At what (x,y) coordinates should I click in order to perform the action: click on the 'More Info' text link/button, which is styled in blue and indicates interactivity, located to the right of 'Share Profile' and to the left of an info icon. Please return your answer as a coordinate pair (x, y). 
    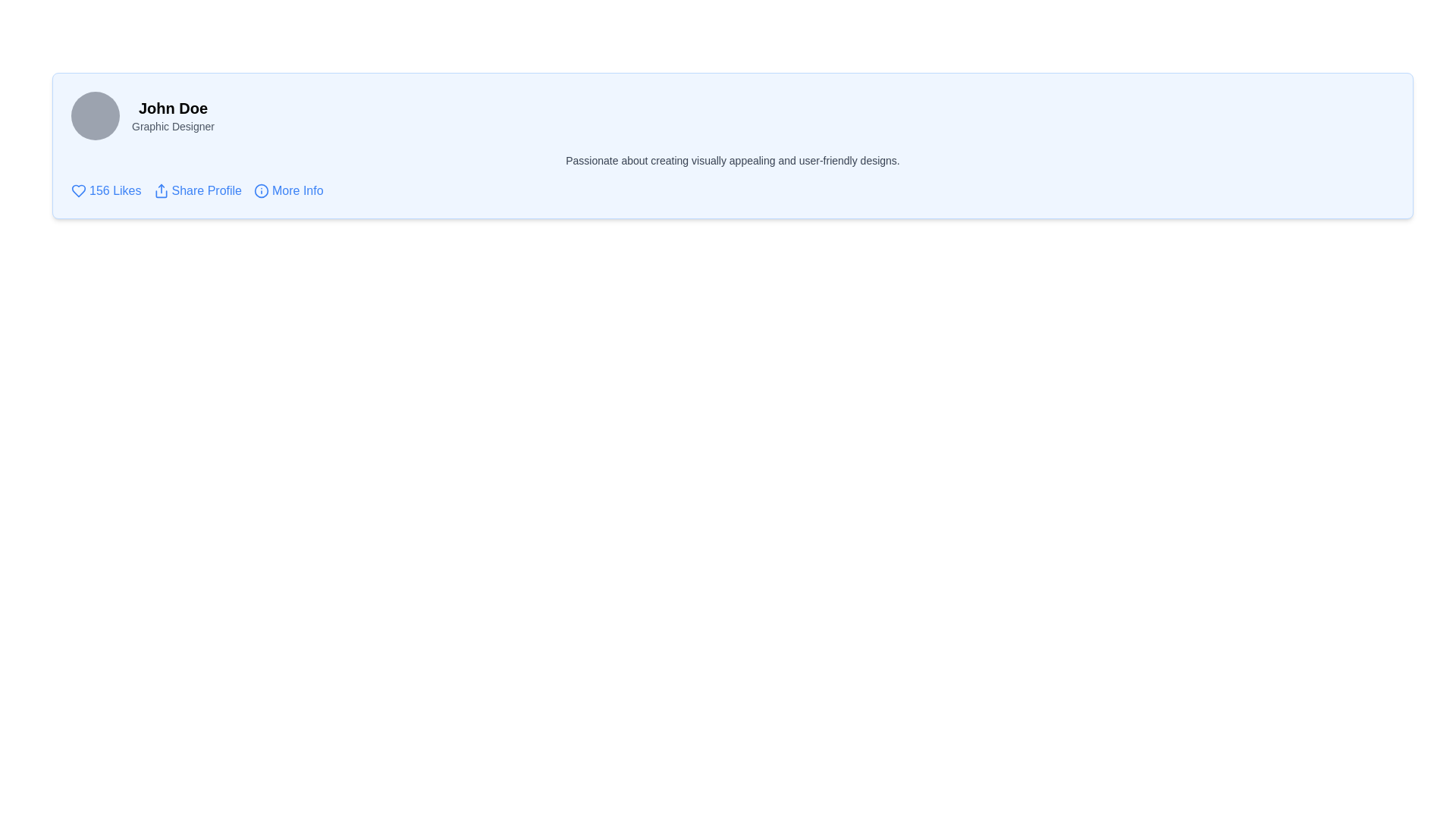
    Looking at the image, I should click on (297, 190).